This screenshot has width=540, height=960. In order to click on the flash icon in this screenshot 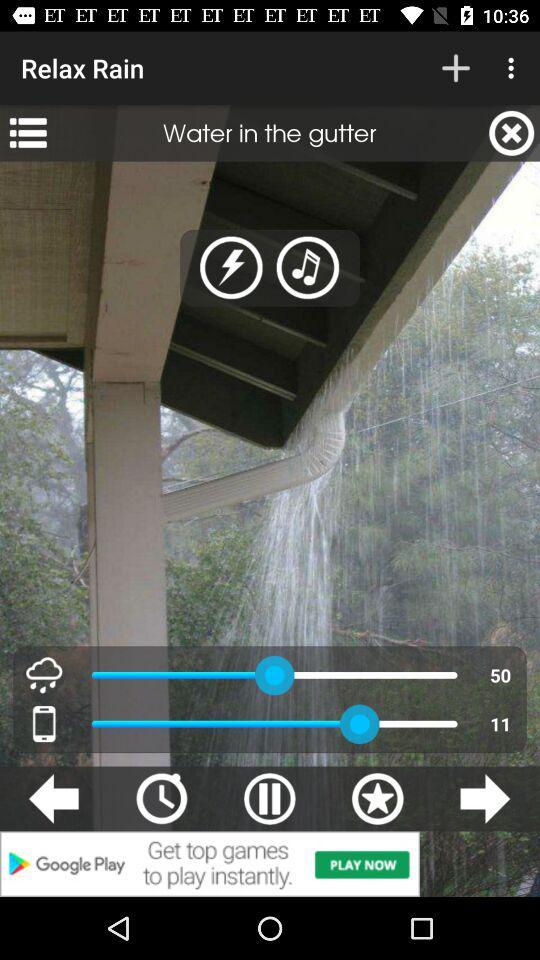, I will do `click(230, 267)`.